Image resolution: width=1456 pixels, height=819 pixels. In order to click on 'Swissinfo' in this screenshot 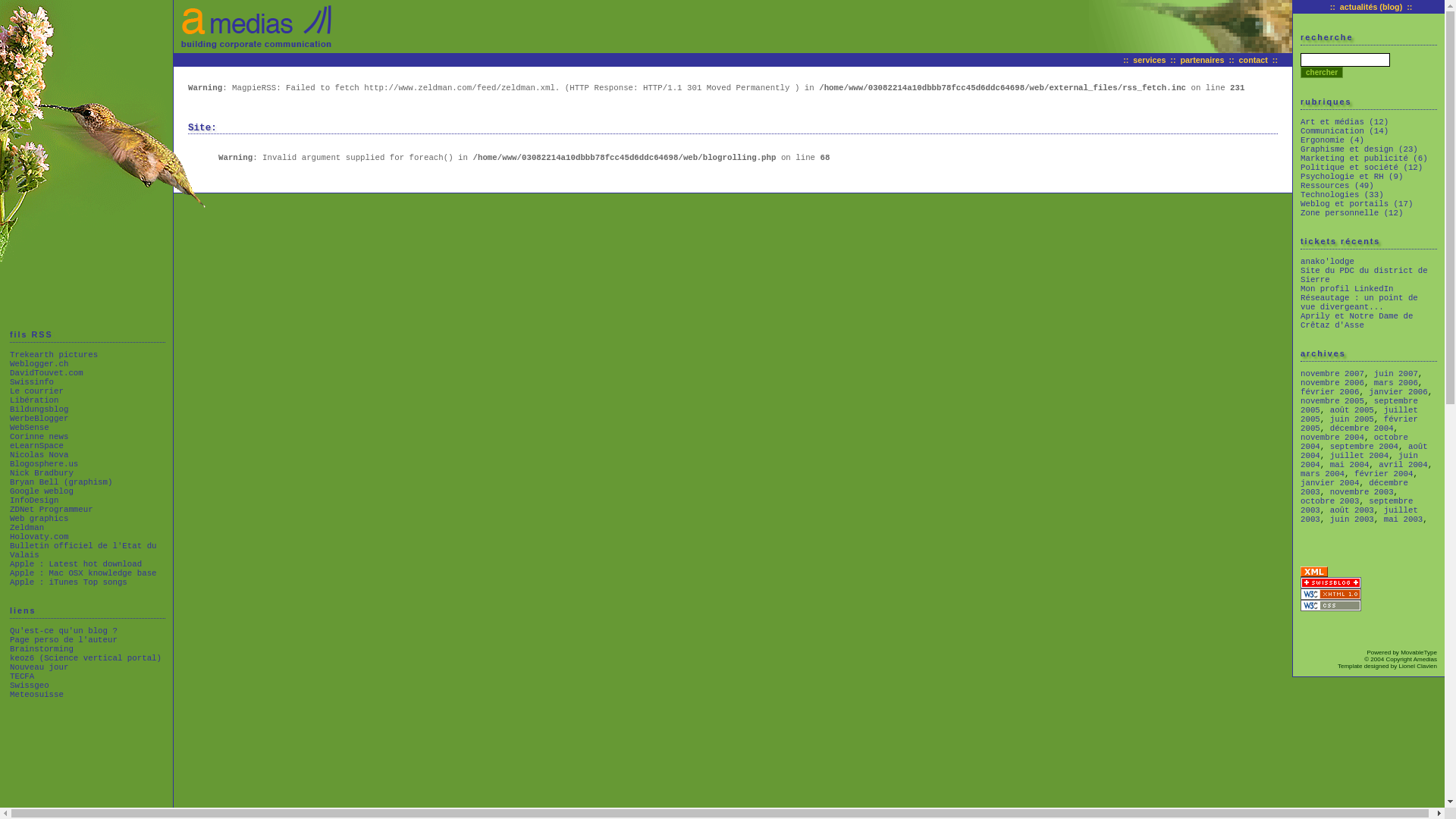, I will do `click(32, 381)`.